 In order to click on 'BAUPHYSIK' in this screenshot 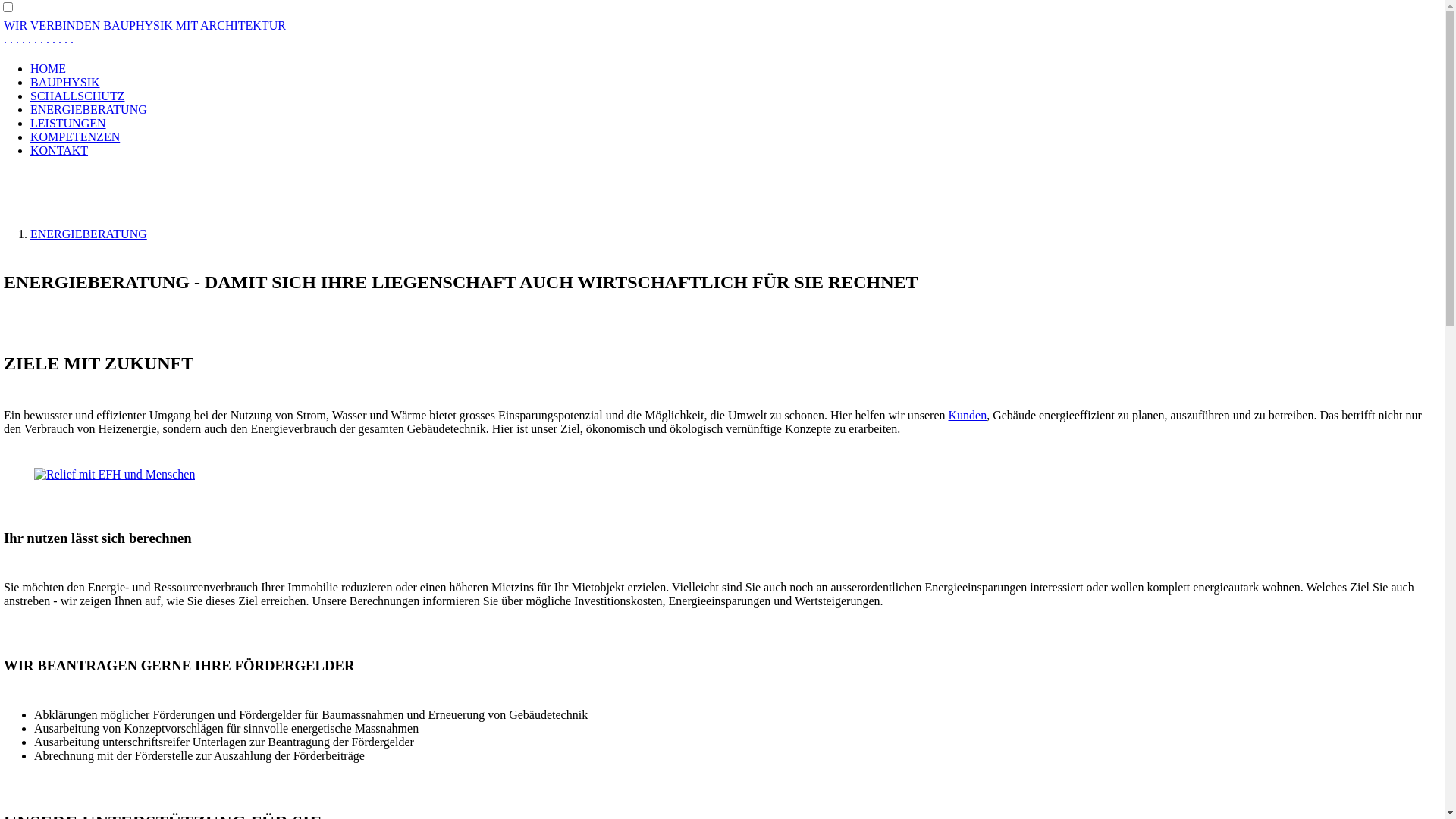, I will do `click(64, 82)`.